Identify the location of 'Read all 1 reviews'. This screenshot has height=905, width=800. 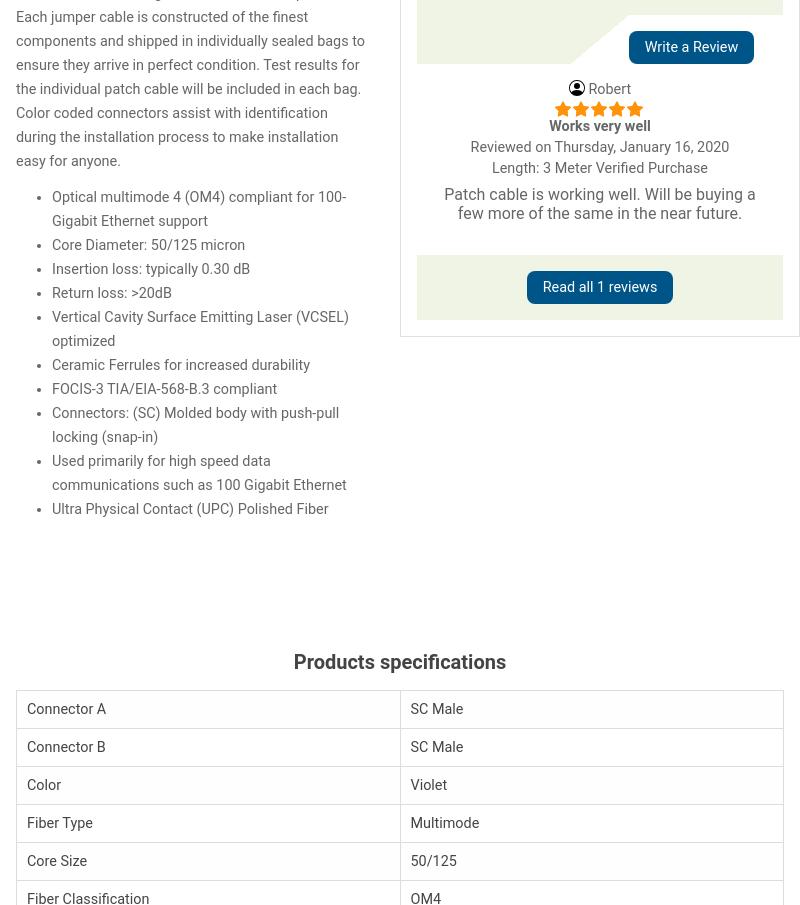
(598, 286).